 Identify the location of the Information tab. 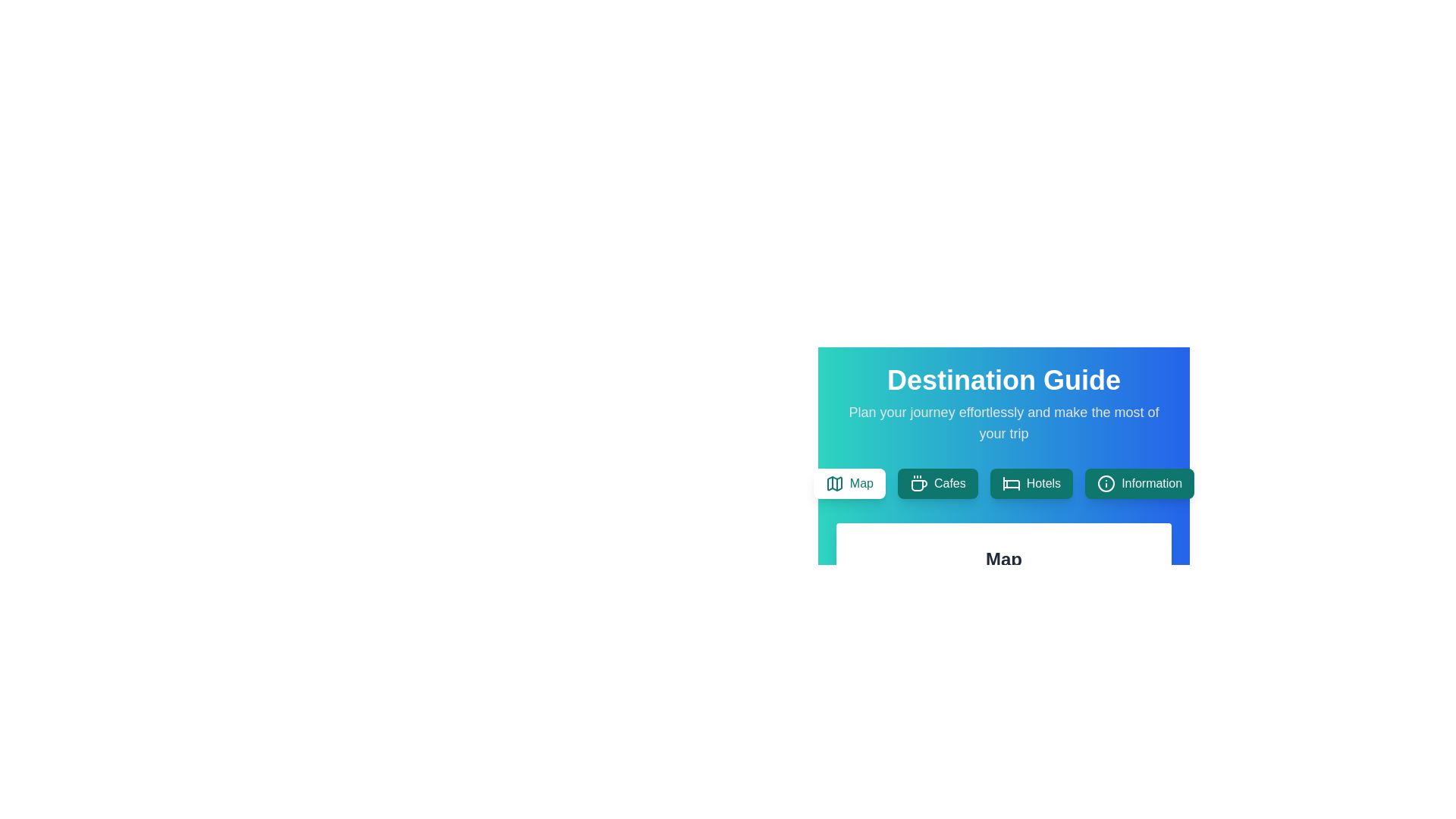
(1140, 483).